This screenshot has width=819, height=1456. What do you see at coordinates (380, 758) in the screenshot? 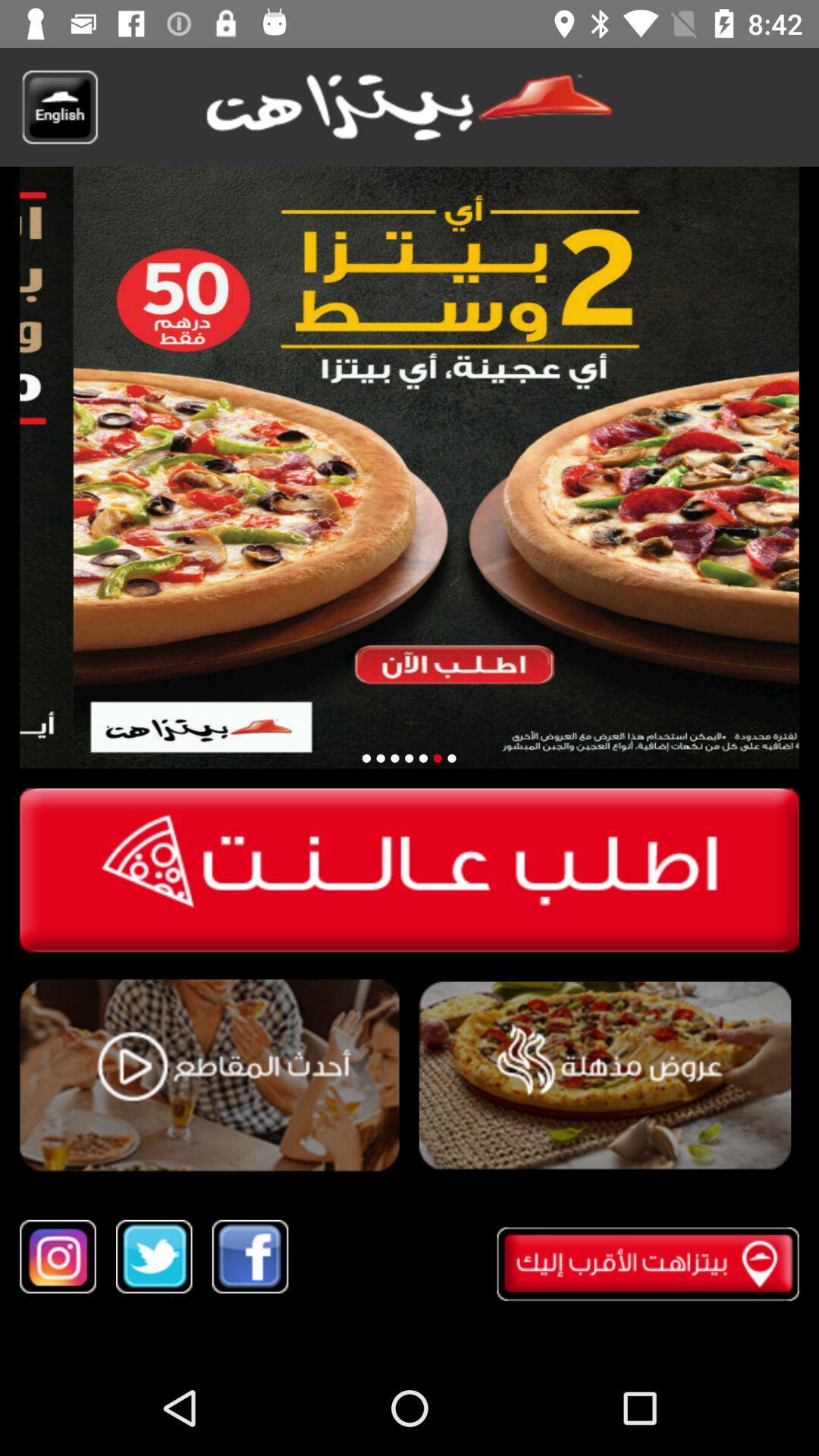
I see `next queued image` at bounding box center [380, 758].